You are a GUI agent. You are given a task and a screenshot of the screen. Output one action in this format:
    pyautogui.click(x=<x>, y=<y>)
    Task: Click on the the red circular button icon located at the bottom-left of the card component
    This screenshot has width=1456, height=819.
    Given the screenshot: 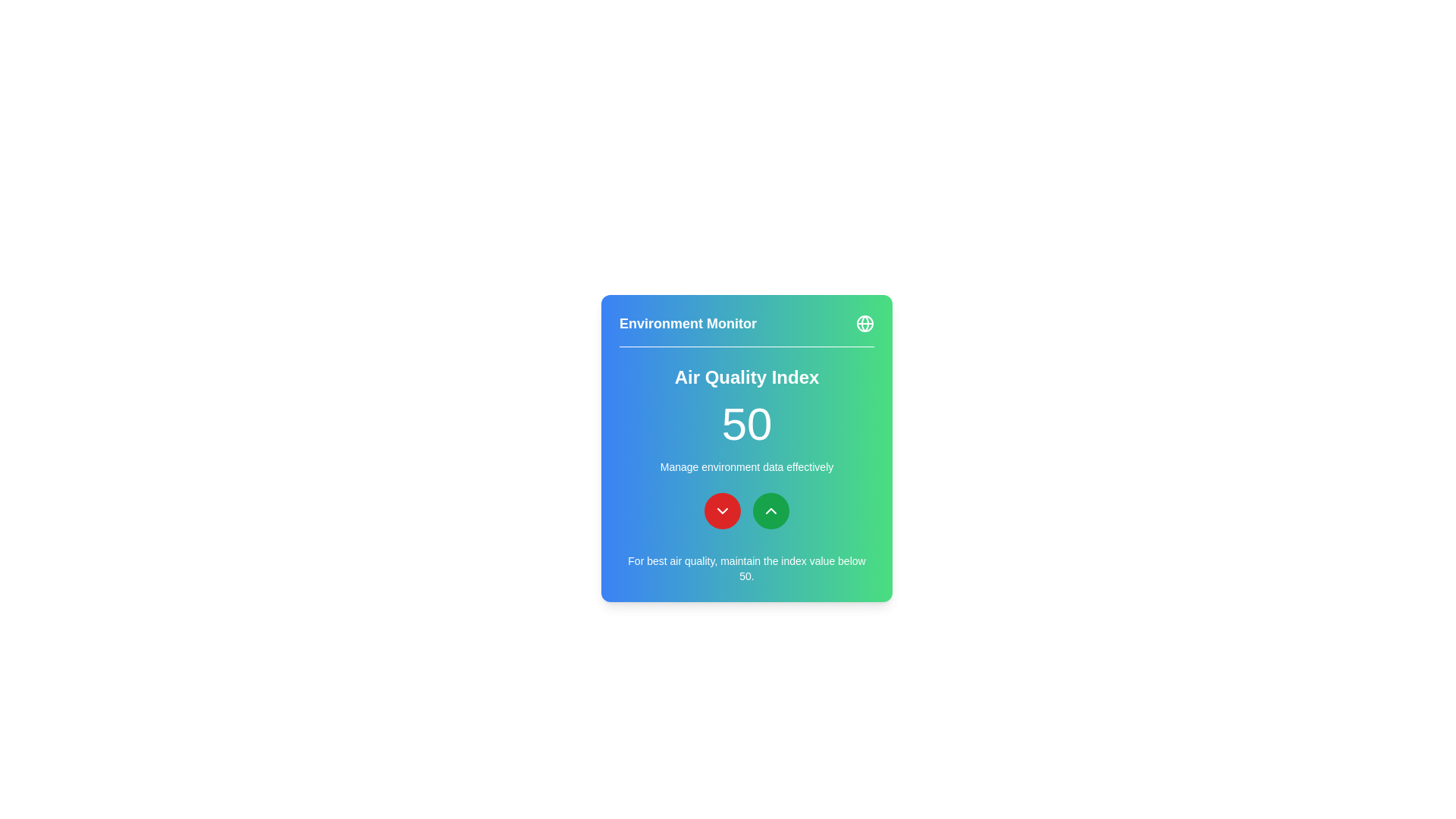 What is the action you would take?
    pyautogui.click(x=722, y=511)
    